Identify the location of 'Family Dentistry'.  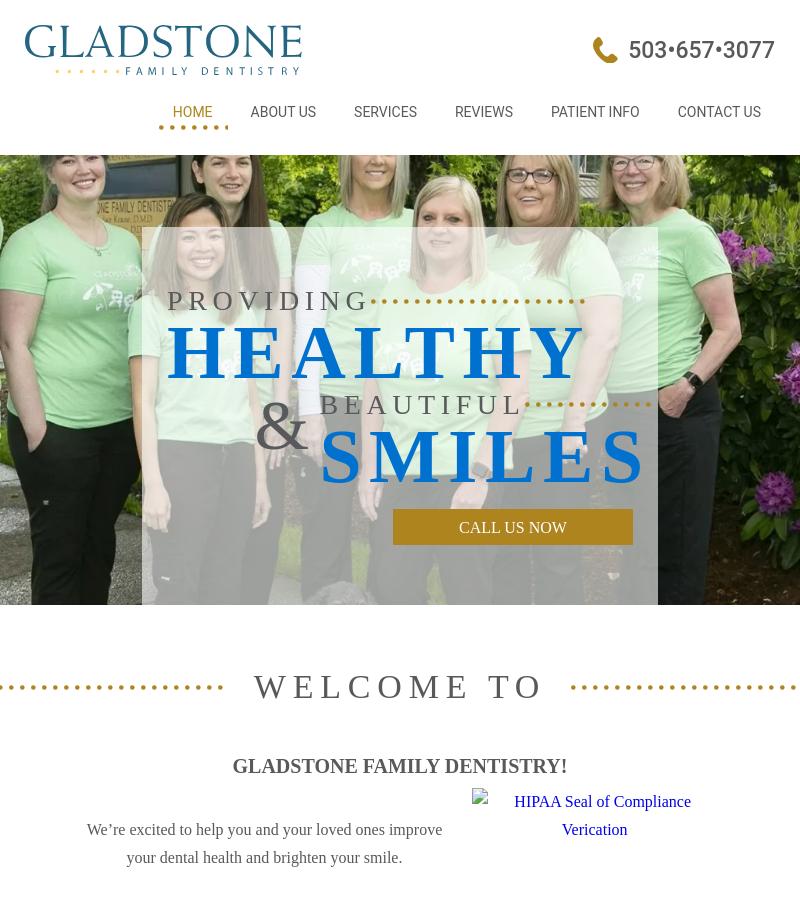
(354, 182).